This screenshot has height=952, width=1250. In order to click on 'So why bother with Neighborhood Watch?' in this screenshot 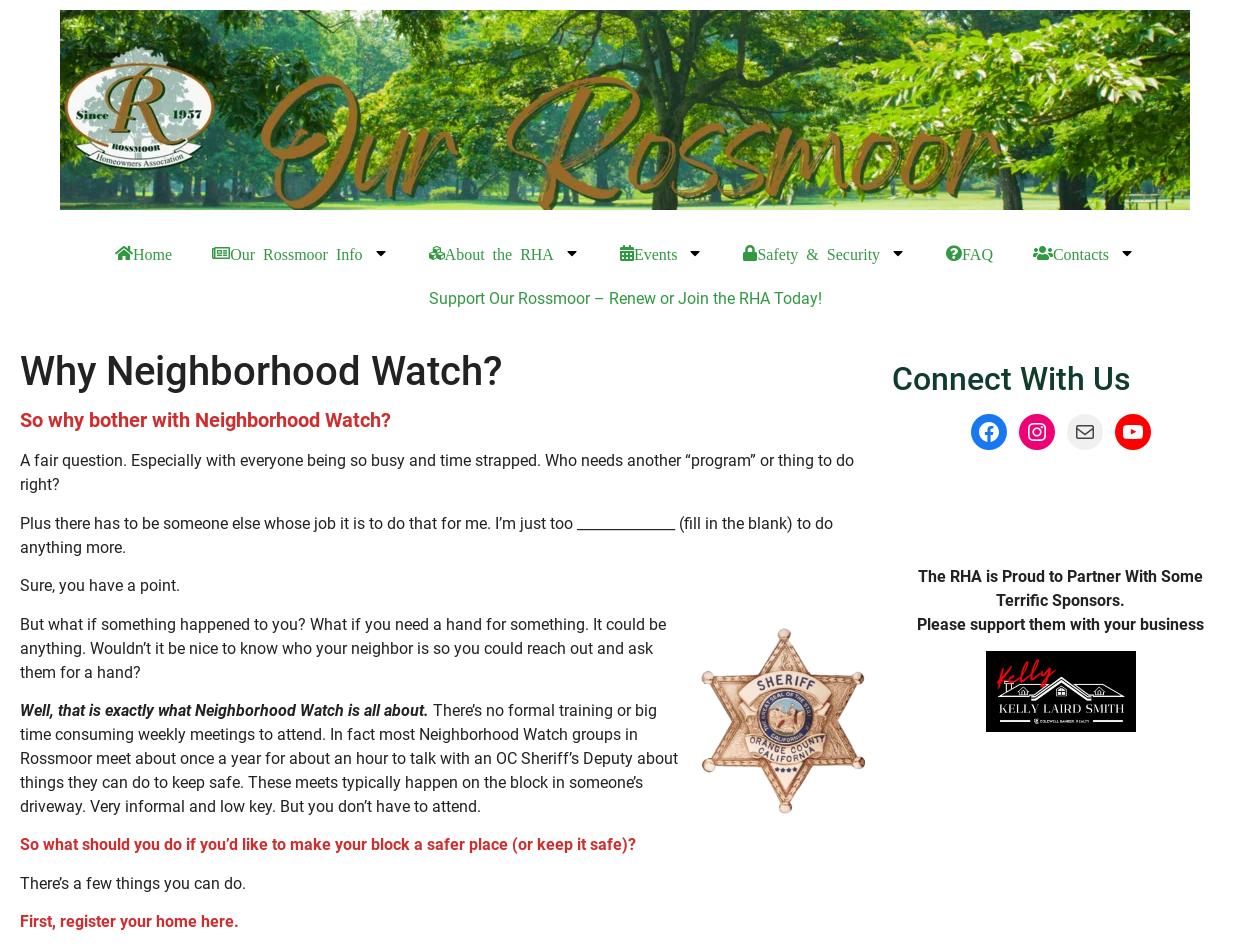, I will do `click(204, 420)`.